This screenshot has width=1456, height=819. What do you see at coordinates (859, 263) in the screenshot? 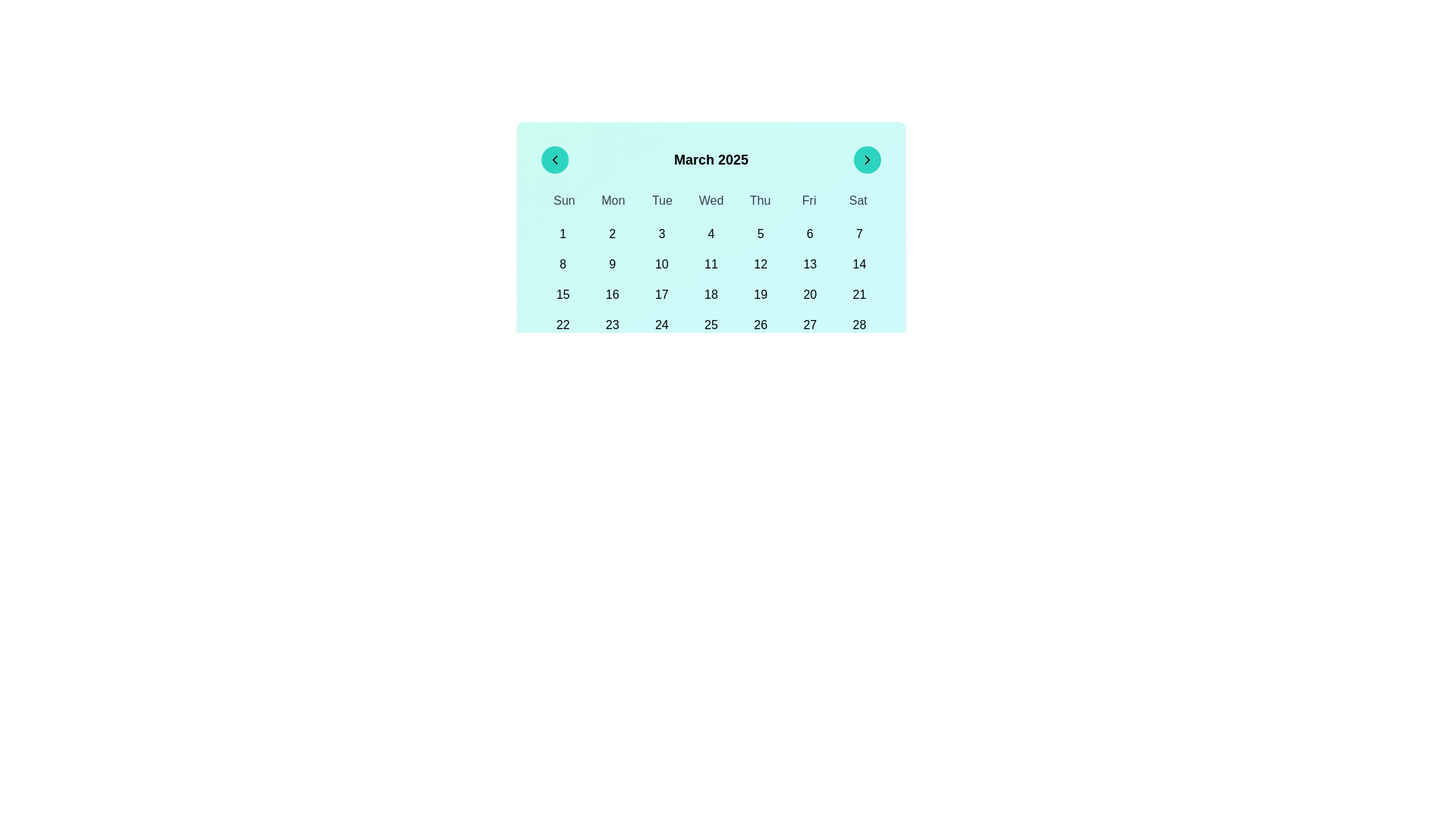
I see `the button representing the date '14' in the calendar` at bounding box center [859, 263].